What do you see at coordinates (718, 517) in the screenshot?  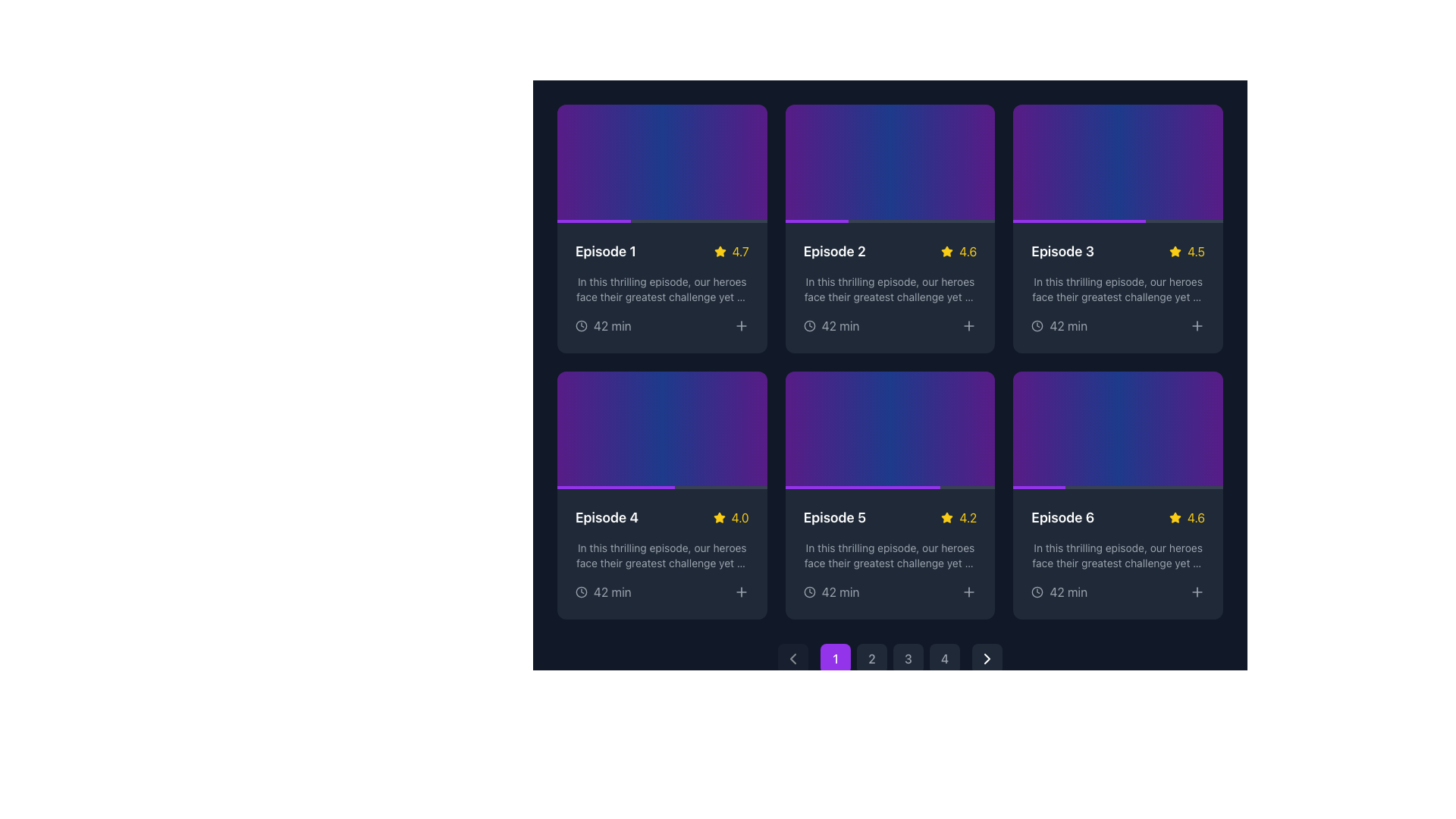 I see `the yellow hollow star icon located to the left of the rating text '4.0' for 'Episode 4'` at bounding box center [718, 517].